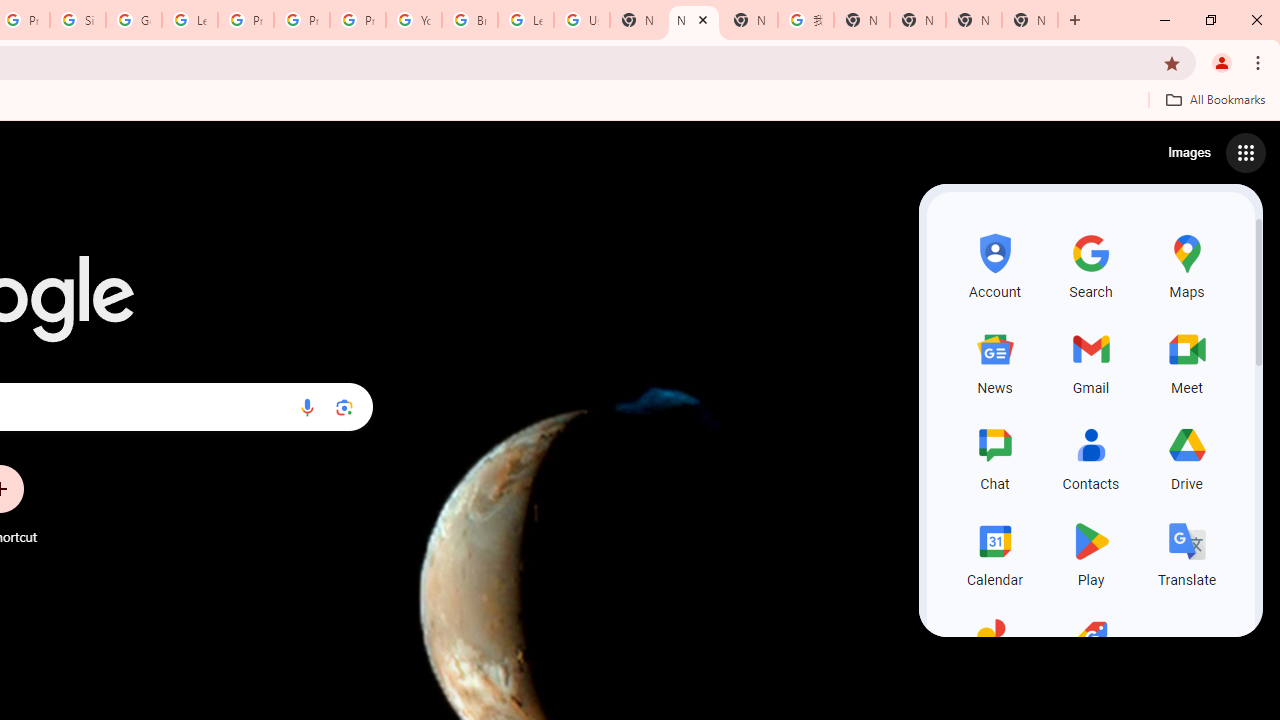 This screenshot has width=1280, height=720. Describe the element at coordinates (1187, 456) in the screenshot. I see `'Drive, row 3 of 5 and column 3 of 3 in the first section'` at that location.